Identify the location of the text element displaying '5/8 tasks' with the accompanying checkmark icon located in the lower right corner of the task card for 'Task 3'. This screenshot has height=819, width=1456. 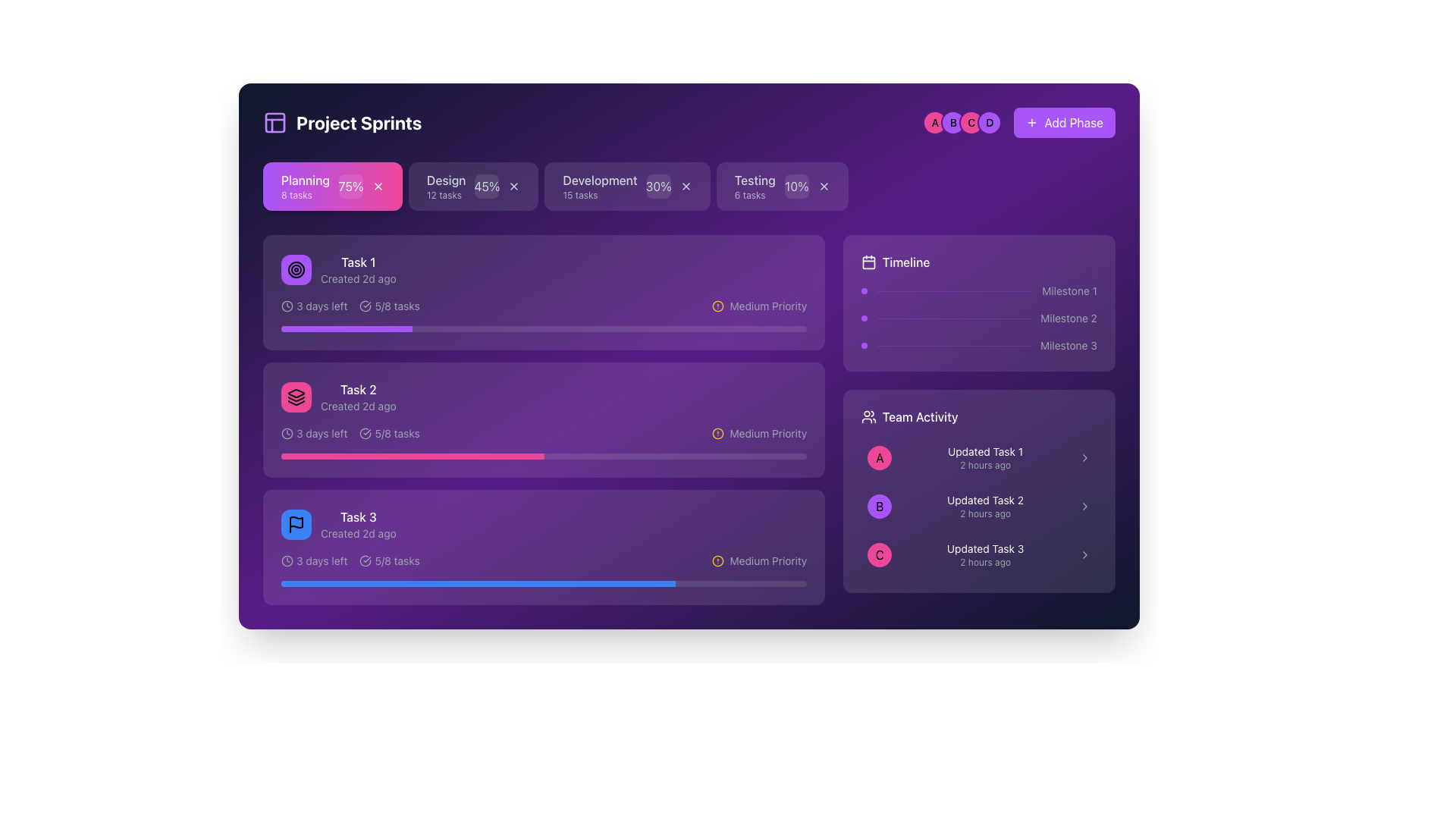
(390, 561).